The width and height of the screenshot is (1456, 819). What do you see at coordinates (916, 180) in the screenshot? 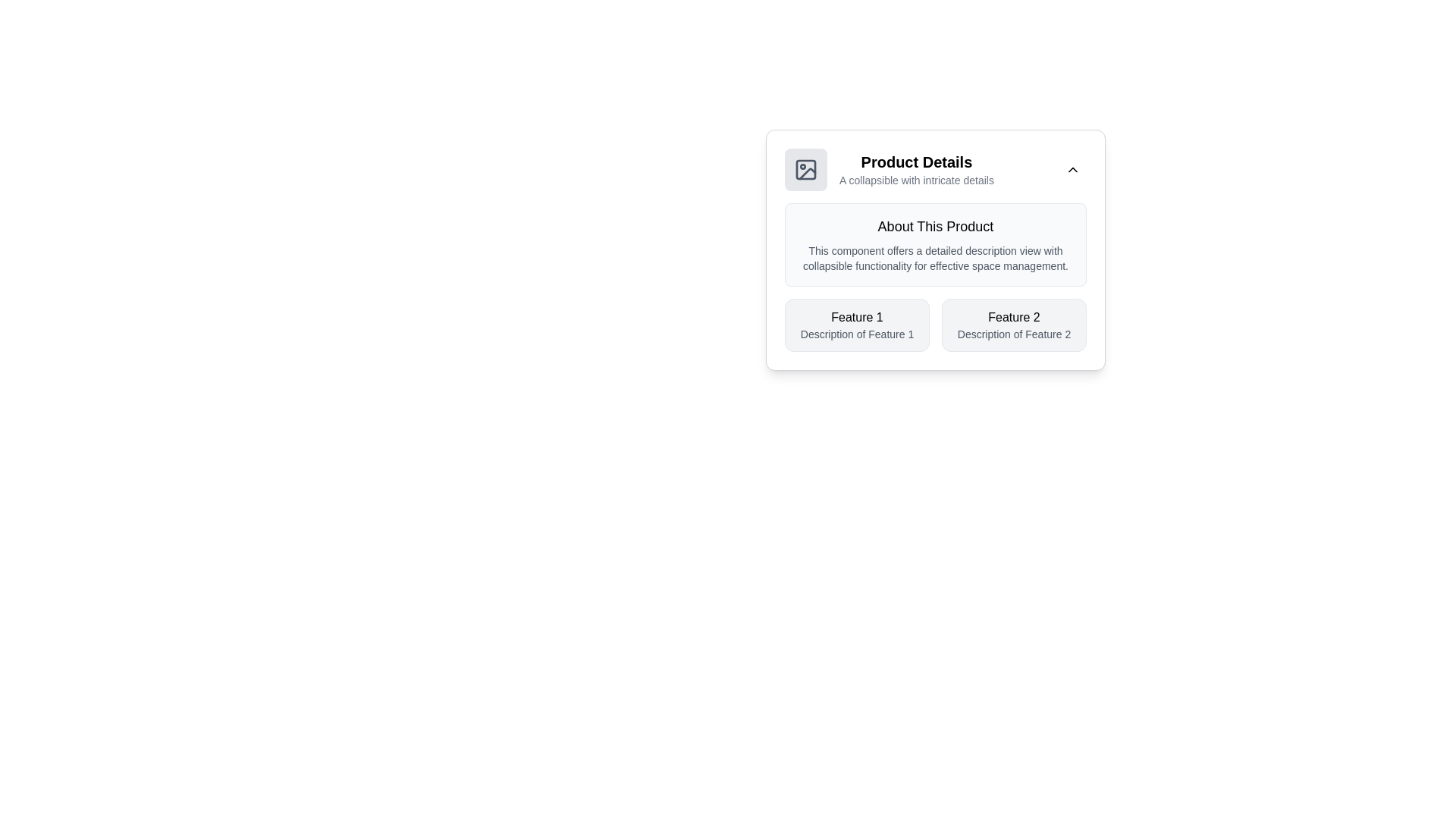
I see `text content of the gray text label that says 'A collapsible with intricate details', located below the 'Product Details' heading` at bounding box center [916, 180].